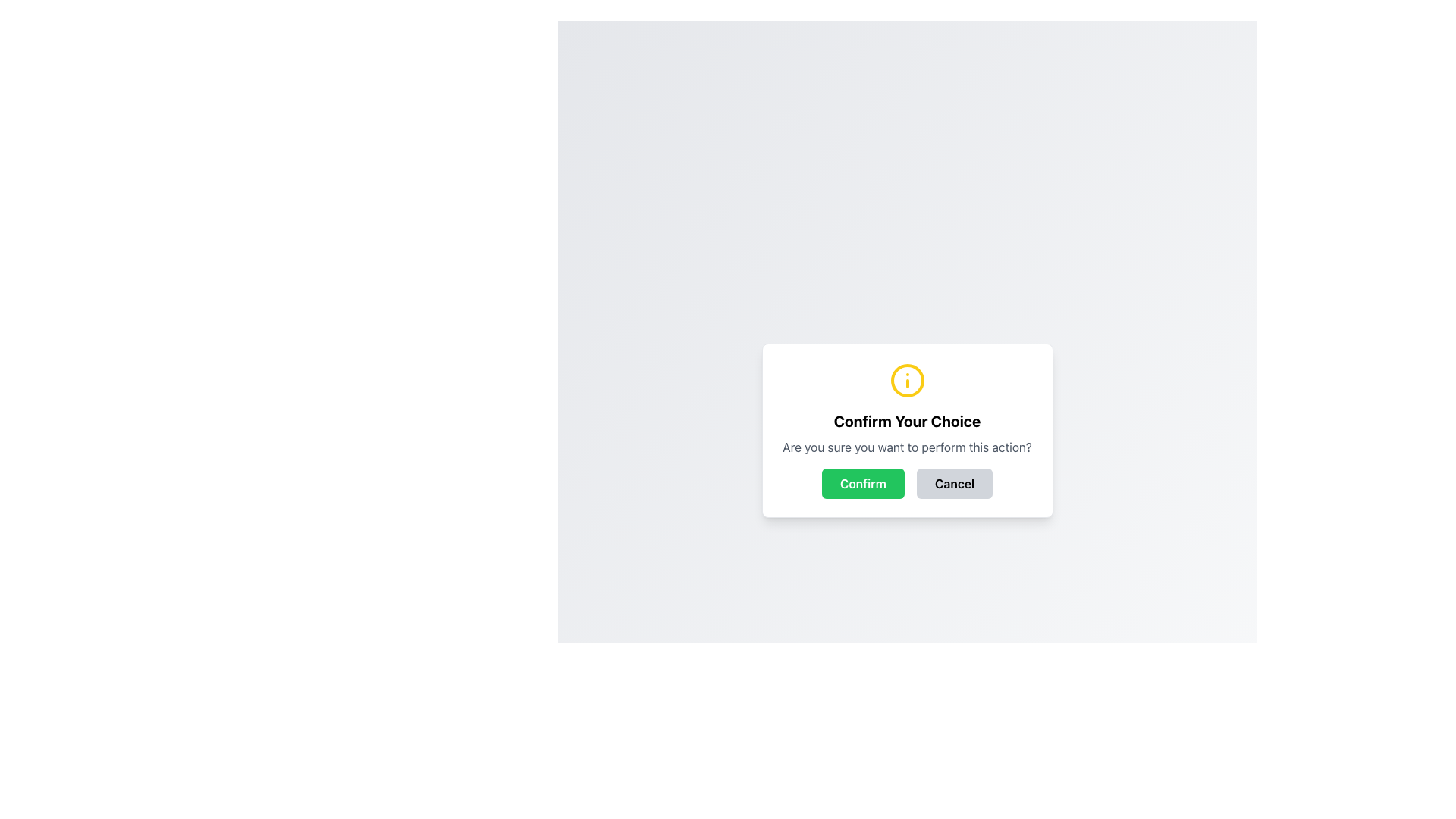 Image resolution: width=1456 pixels, height=819 pixels. Describe the element at coordinates (907, 379) in the screenshot. I see `the yellow circular SVG icon that is part of the information icon located at the top center of the confirmation dialog` at that location.